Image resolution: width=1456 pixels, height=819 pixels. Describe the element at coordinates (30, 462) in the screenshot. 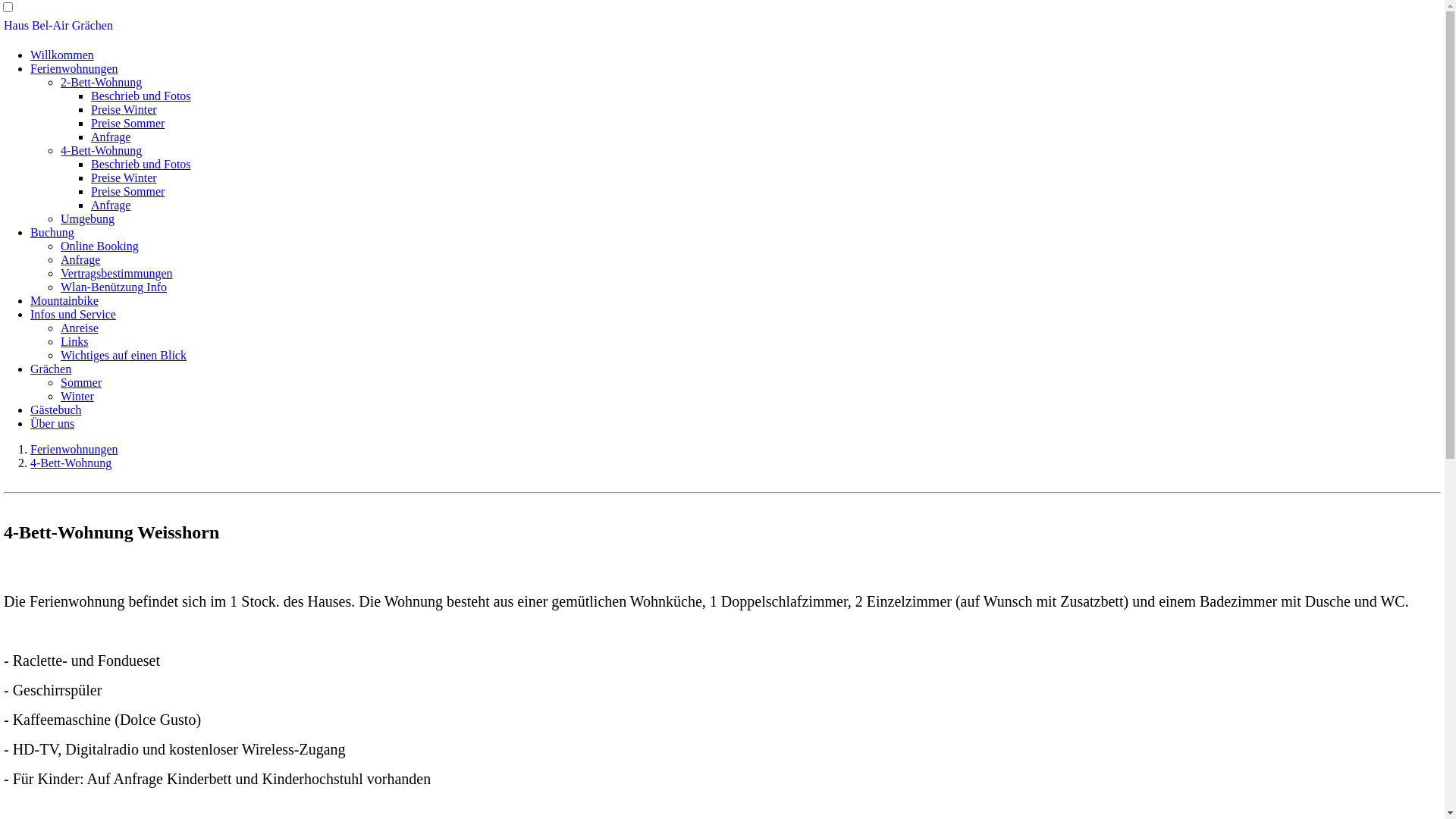

I see `'4-Bett-Wohnung'` at that location.